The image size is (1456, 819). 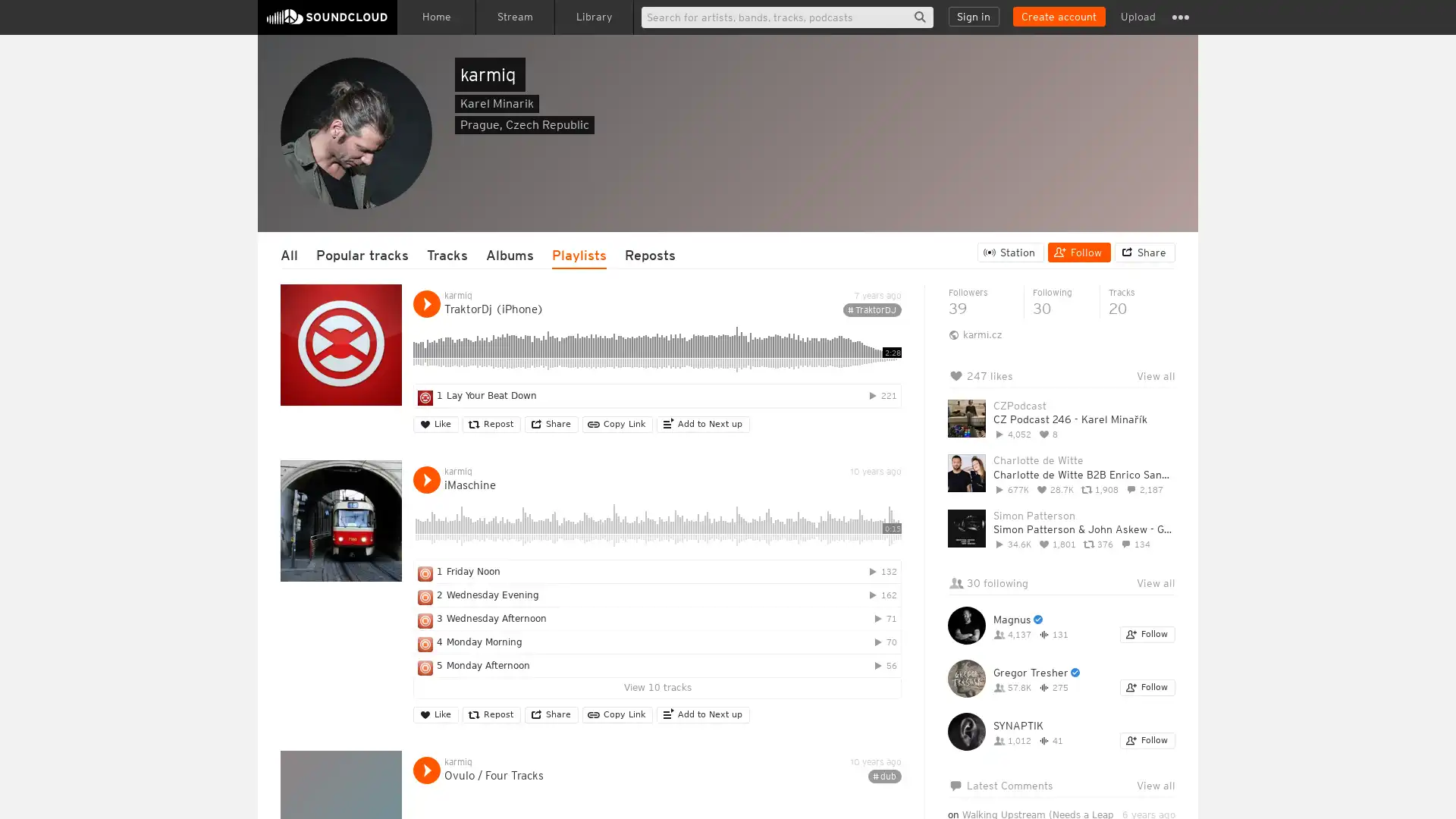 I want to click on Follow, so click(x=1147, y=635).